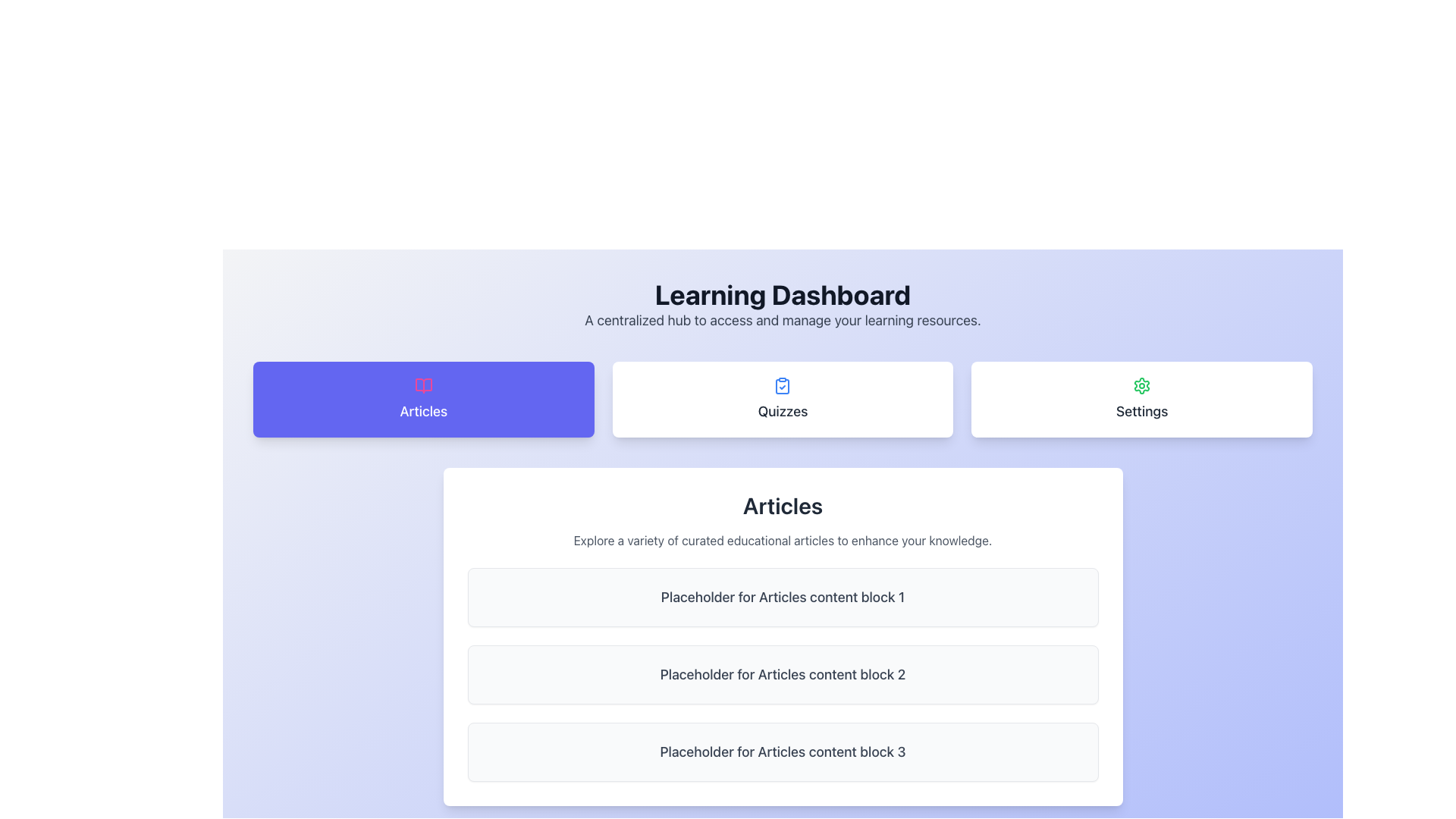  Describe the element at coordinates (783, 596) in the screenshot. I see `the first label in the list with light gray background and medium gray text that reads 'Placeholder for Articles content block 1', located below the 'Articles' header` at that location.